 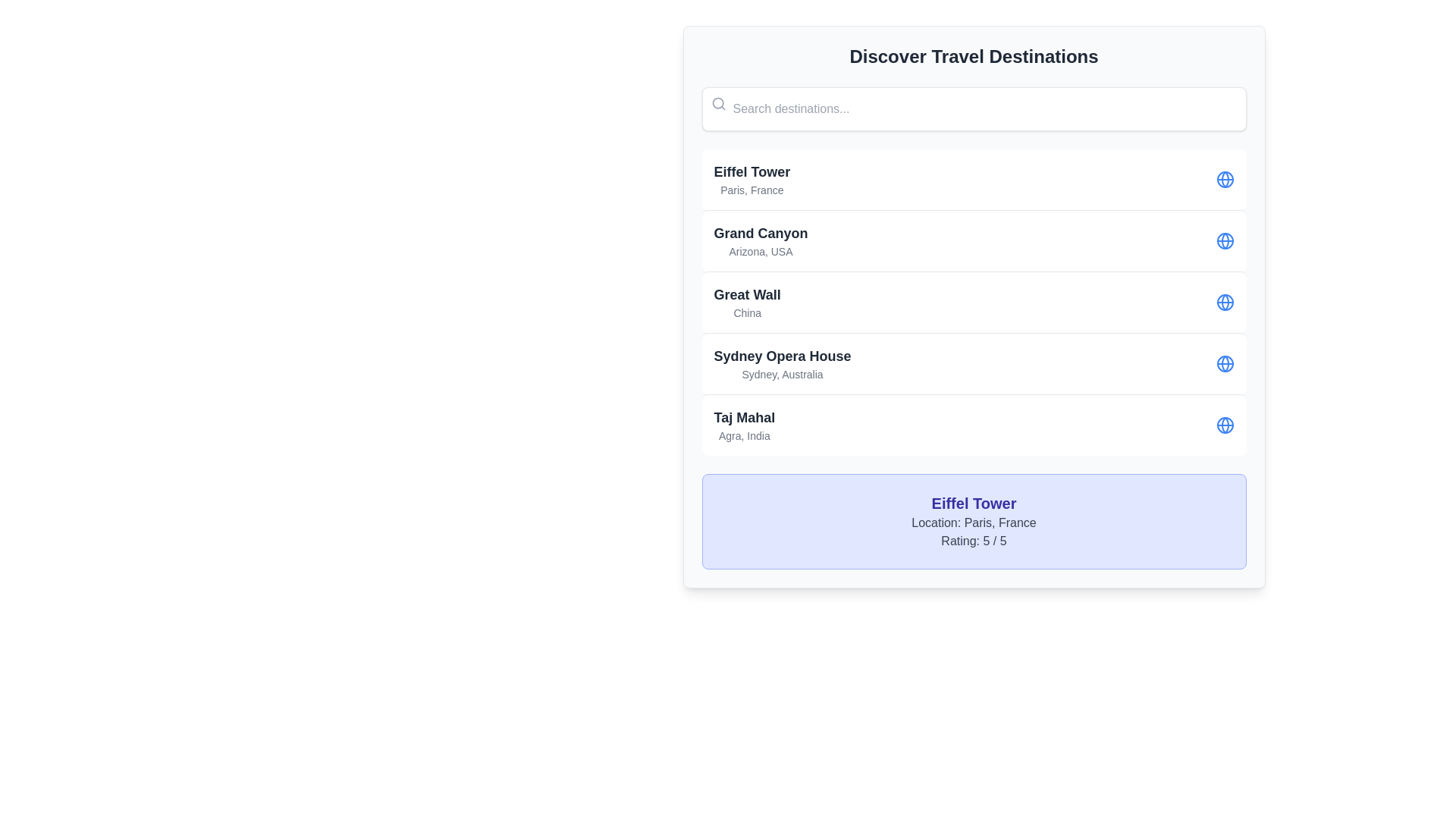 What do you see at coordinates (747, 312) in the screenshot?
I see `the static text label that shows the location or country associated with 'Great Wall', which is centrally positioned under the main label within the third entry of the list of destinations` at bounding box center [747, 312].